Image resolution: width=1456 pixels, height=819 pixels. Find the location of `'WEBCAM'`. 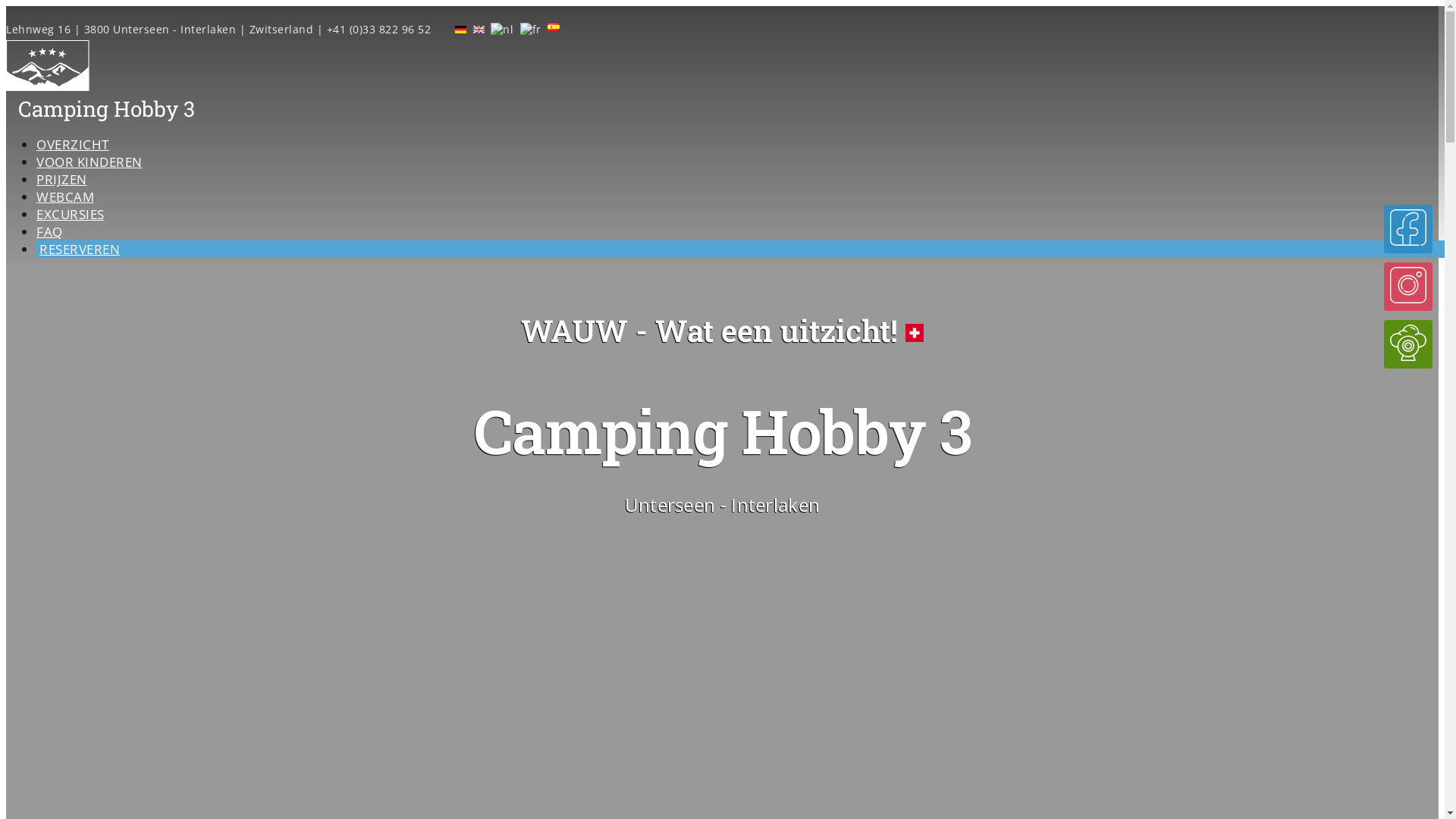

'WEBCAM' is located at coordinates (64, 196).